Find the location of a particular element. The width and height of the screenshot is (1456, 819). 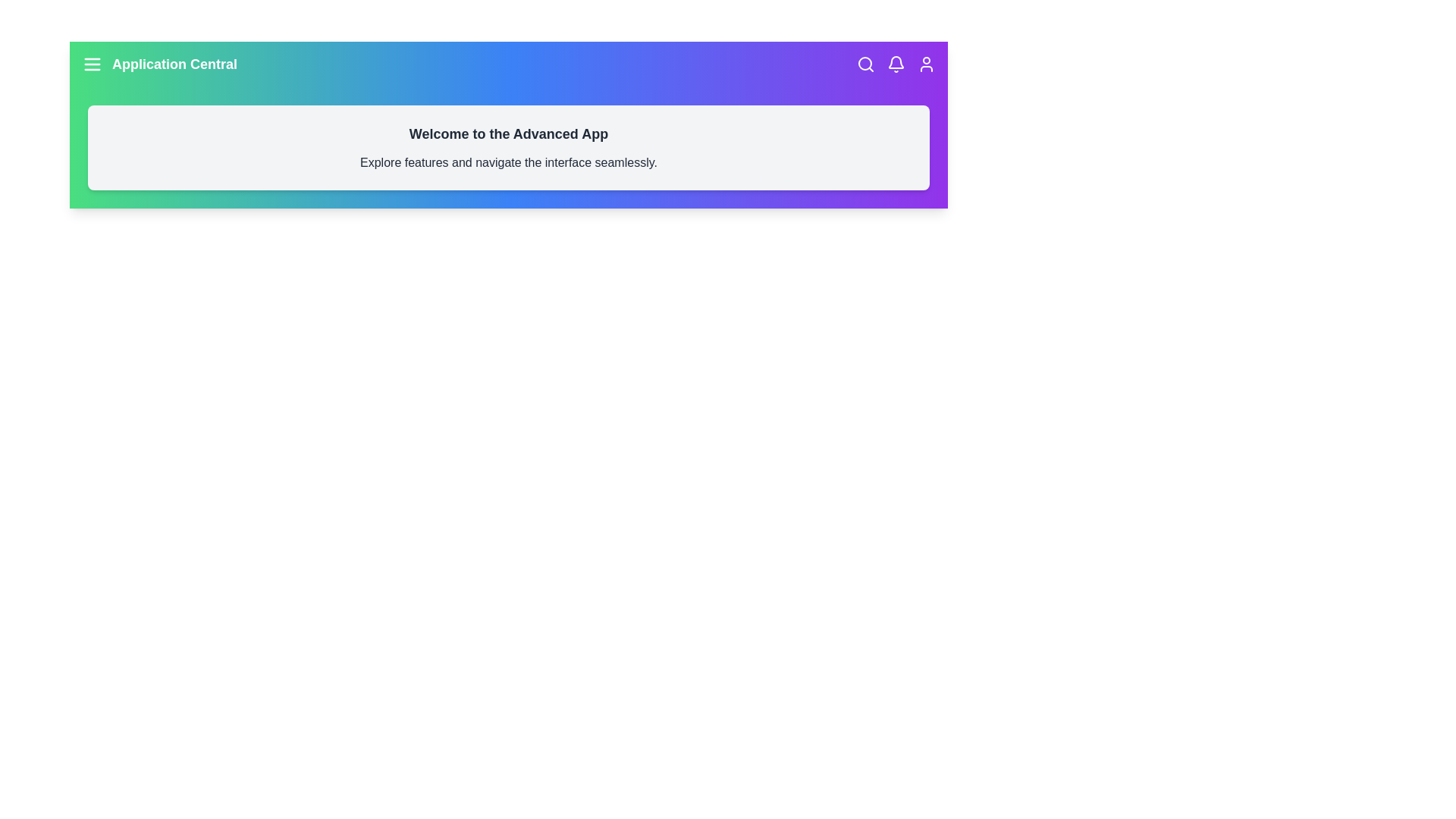

the search icon to activate the search functionality is located at coordinates (866, 63).